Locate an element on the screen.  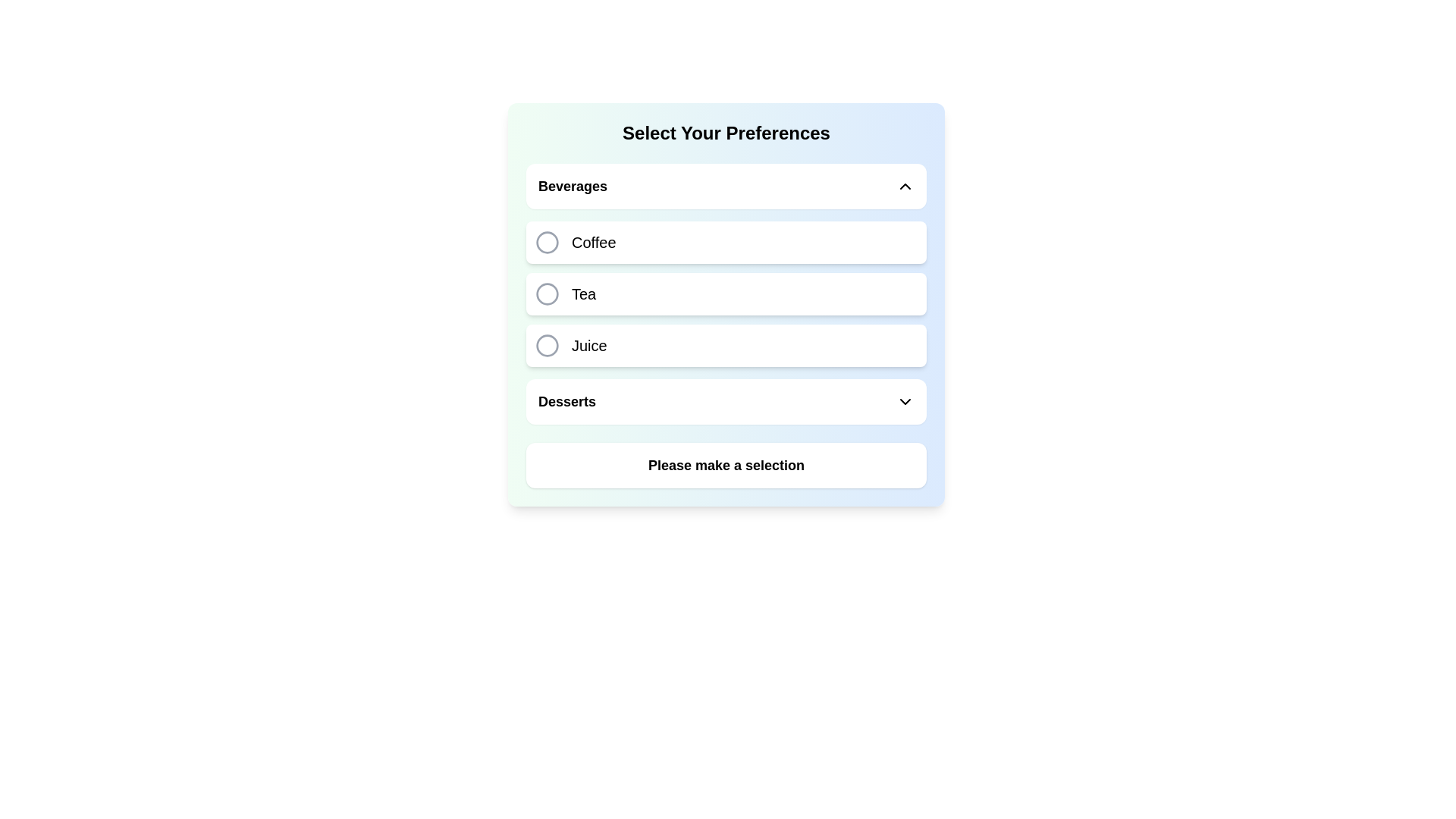
text label 'Juice' located to the right of the corresponding radio button in the third row of the 'Beverages' section is located at coordinates (588, 345).